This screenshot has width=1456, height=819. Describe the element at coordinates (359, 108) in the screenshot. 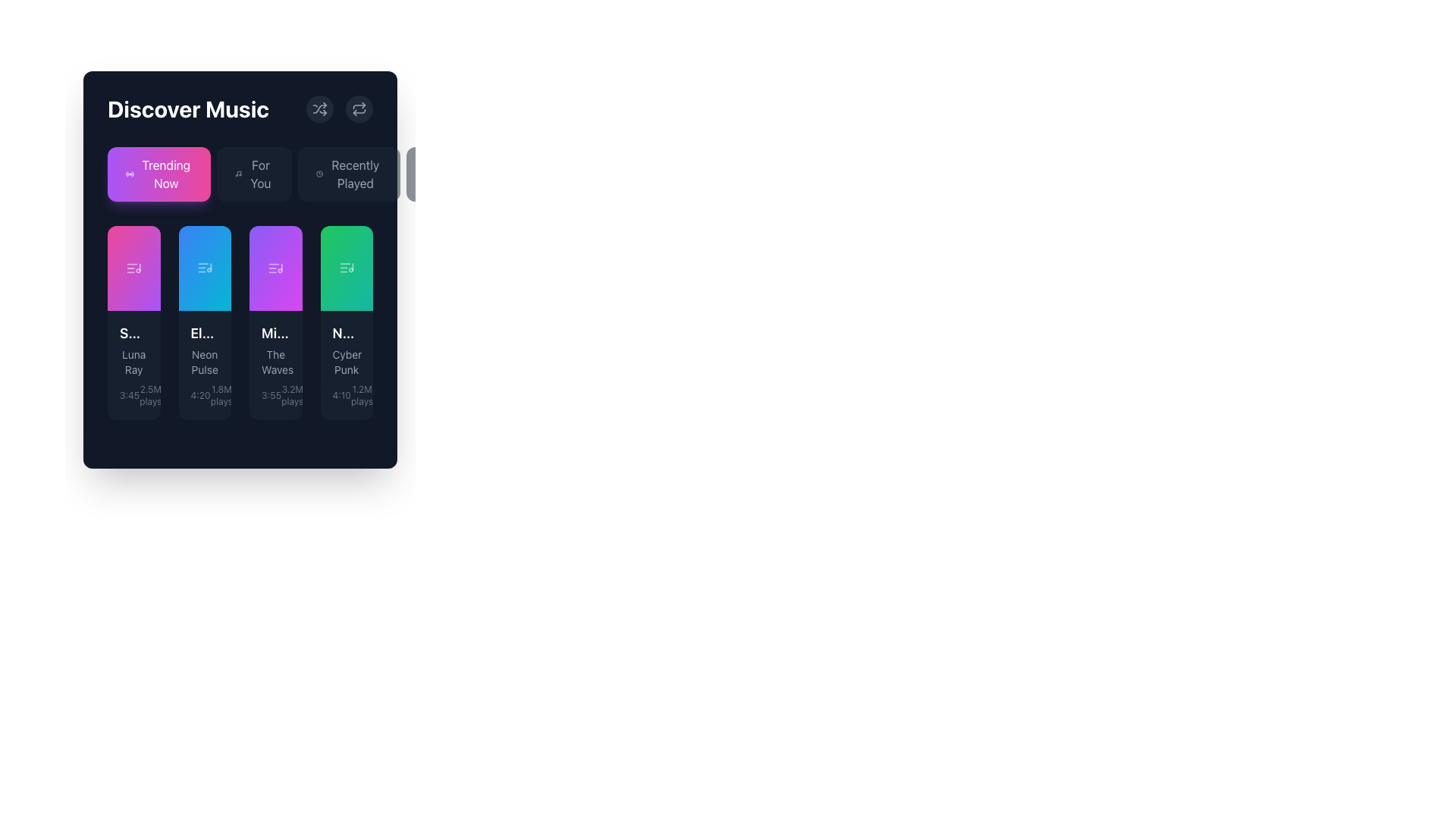

I see `the repeat function button, which features a minimalistic icon of two curved arrows forming a loop, located in the top-right corner of the music discovery interface` at that location.